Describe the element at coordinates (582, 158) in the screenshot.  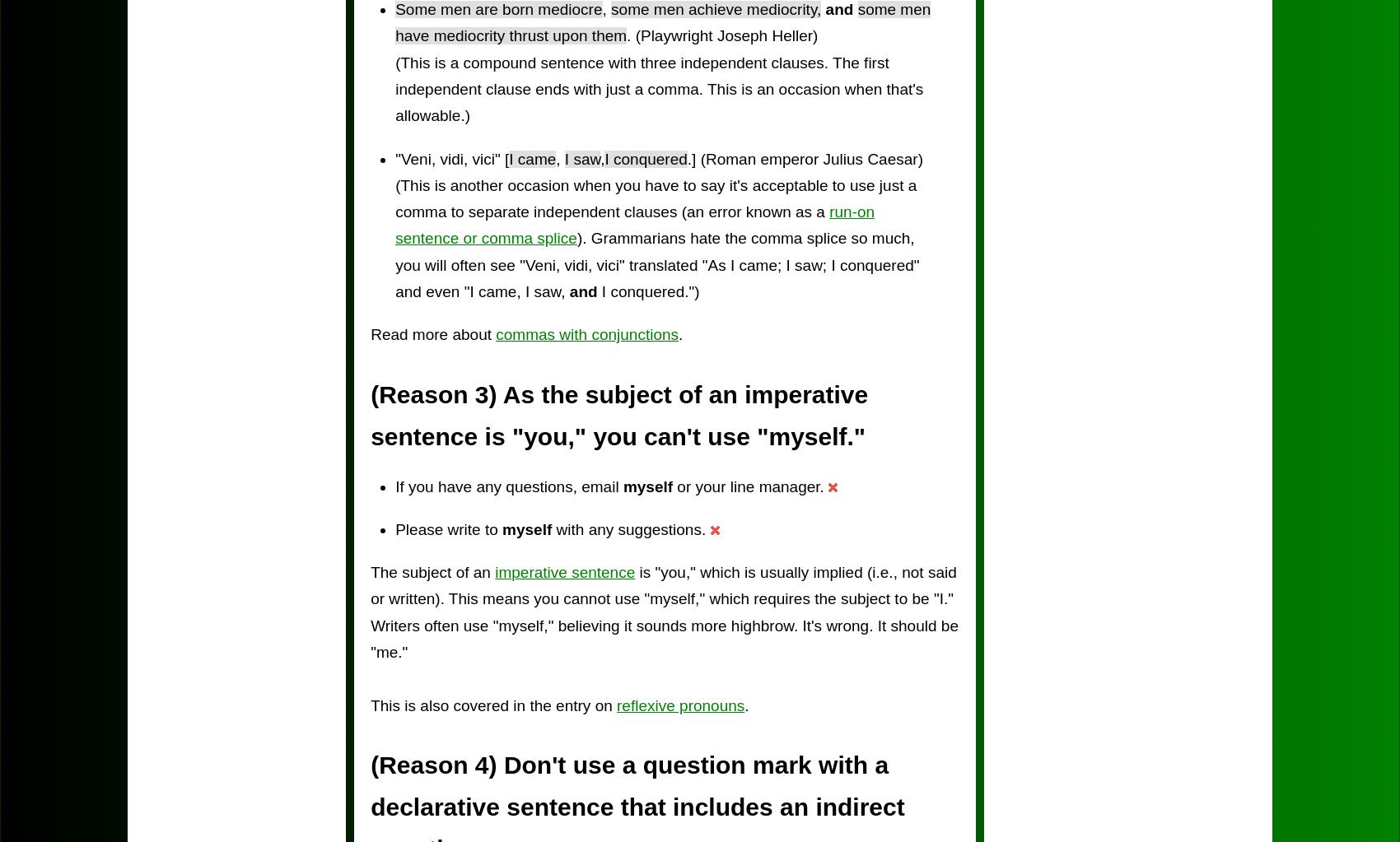
I see `'I saw'` at that location.